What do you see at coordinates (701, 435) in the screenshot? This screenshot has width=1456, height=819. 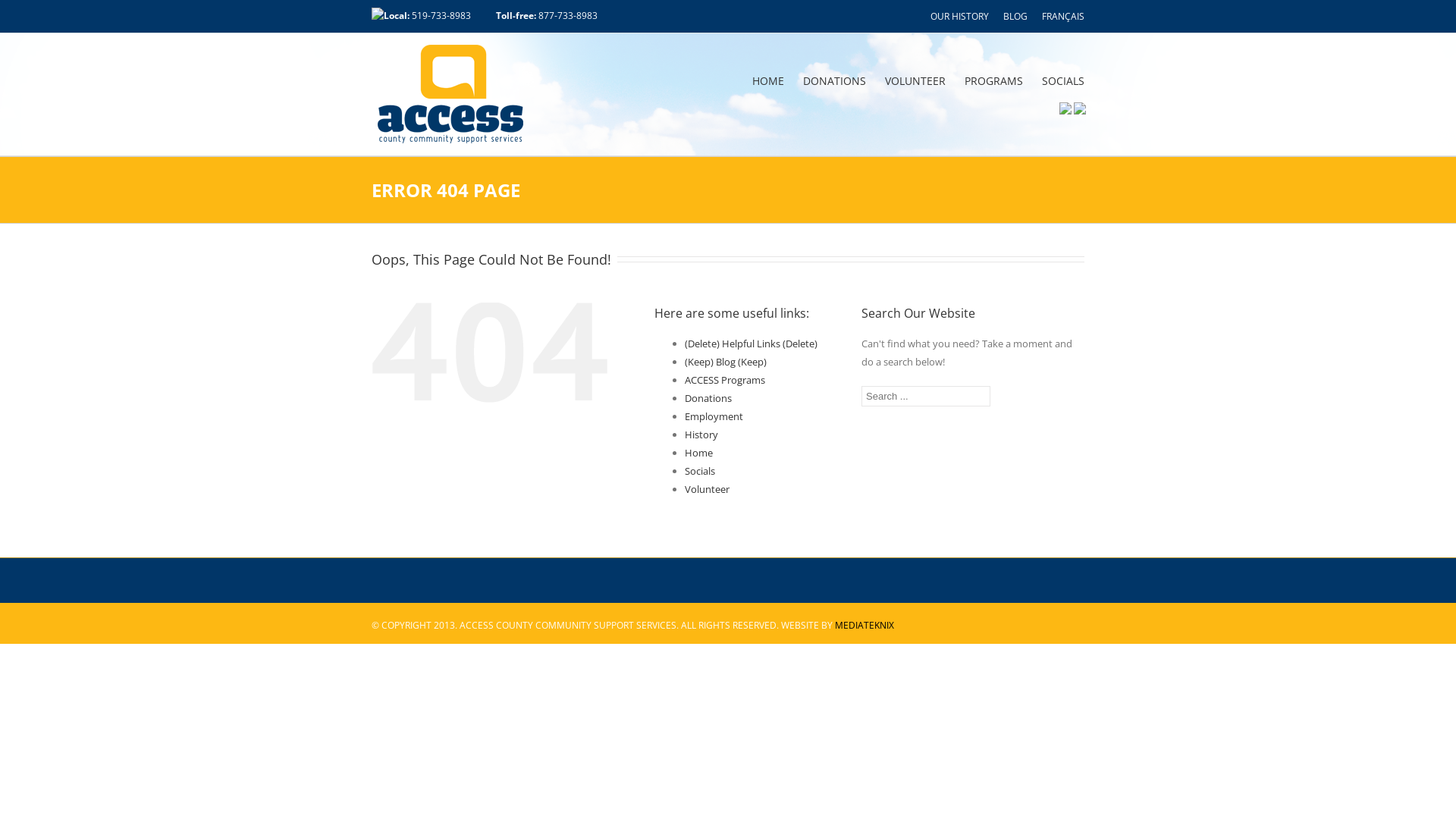 I see `'History'` at bounding box center [701, 435].